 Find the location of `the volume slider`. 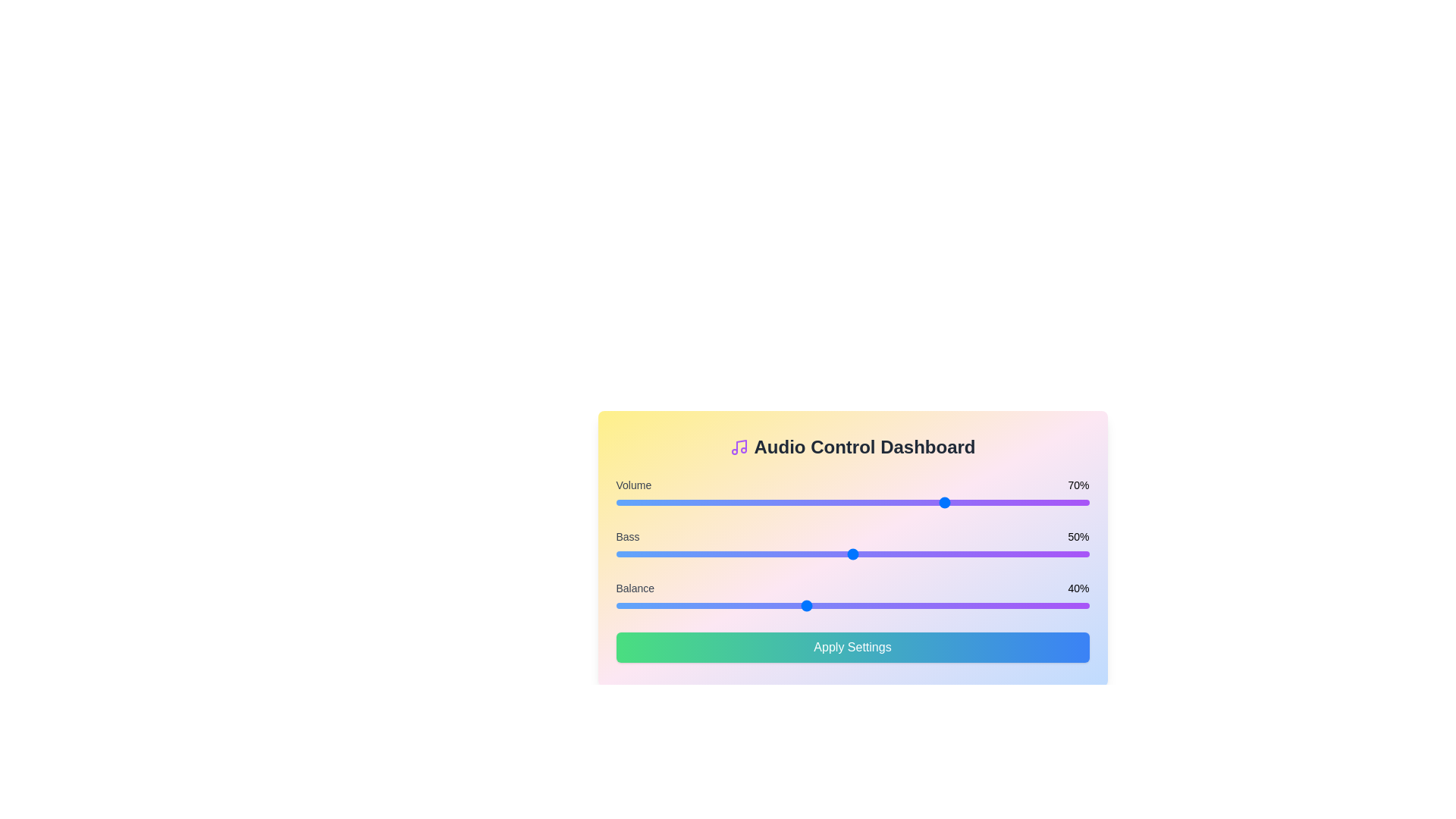

the volume slider is located at coordinates (676, 503).